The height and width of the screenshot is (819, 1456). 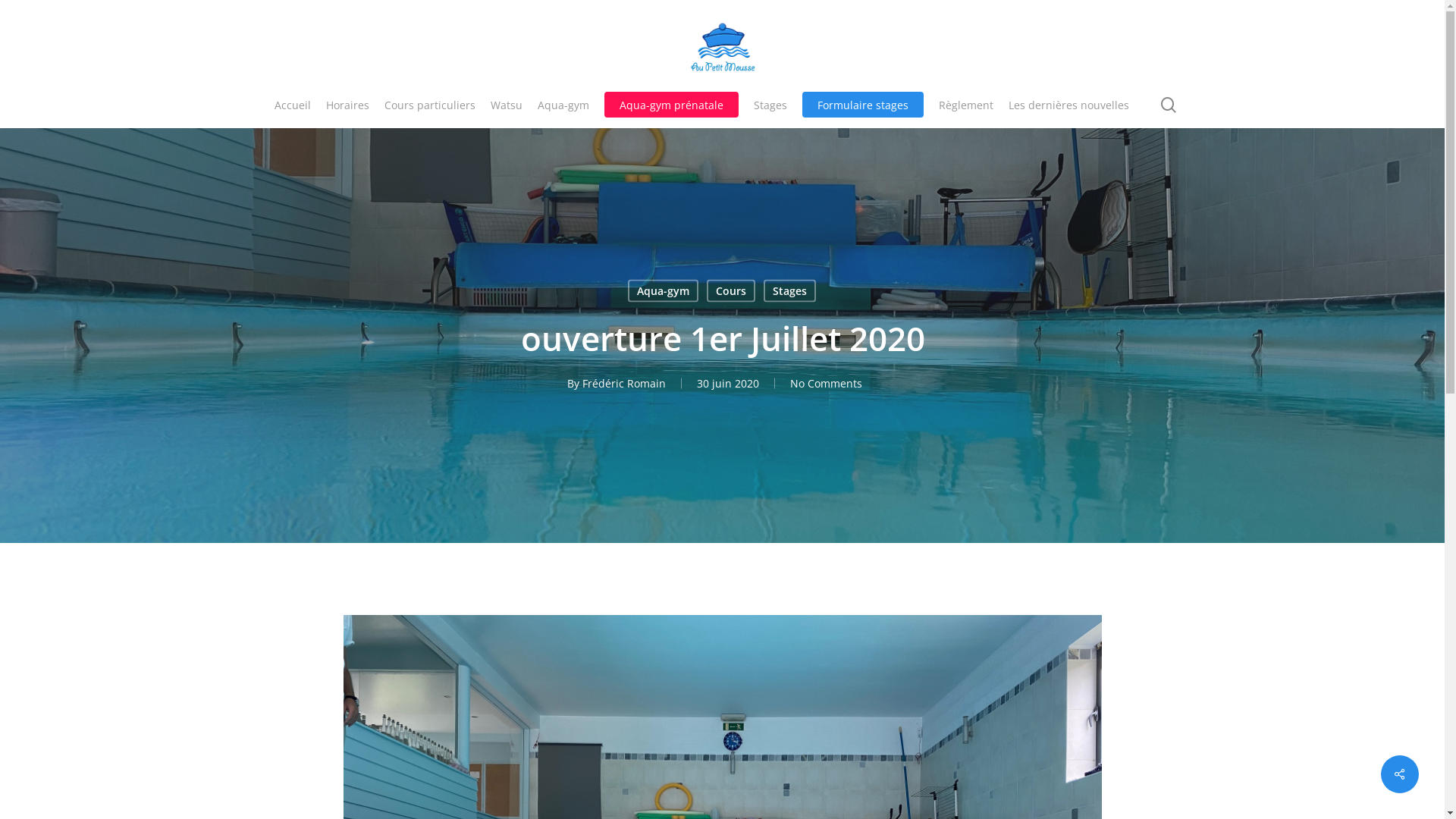 What do you see at coordinates (801, 104) in the screenshot?
I see `'Formulaire stages'` at bounding box center [801, 104].